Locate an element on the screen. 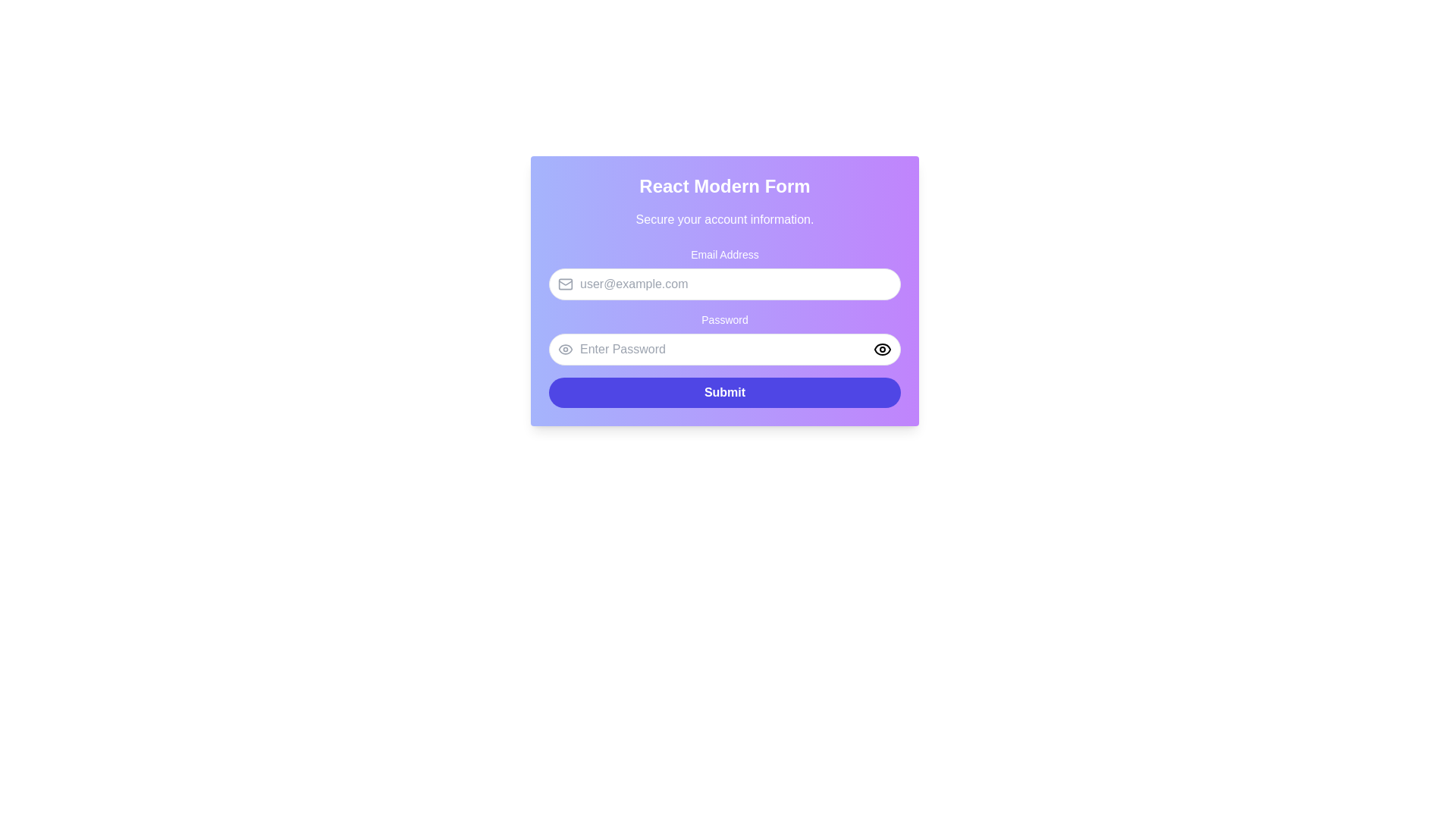 The height and width of the screenshot is (819, 1456). the email icon located in the input field labeled 'Email Address' on the left section of the input box is located at coordinates (564, 284).